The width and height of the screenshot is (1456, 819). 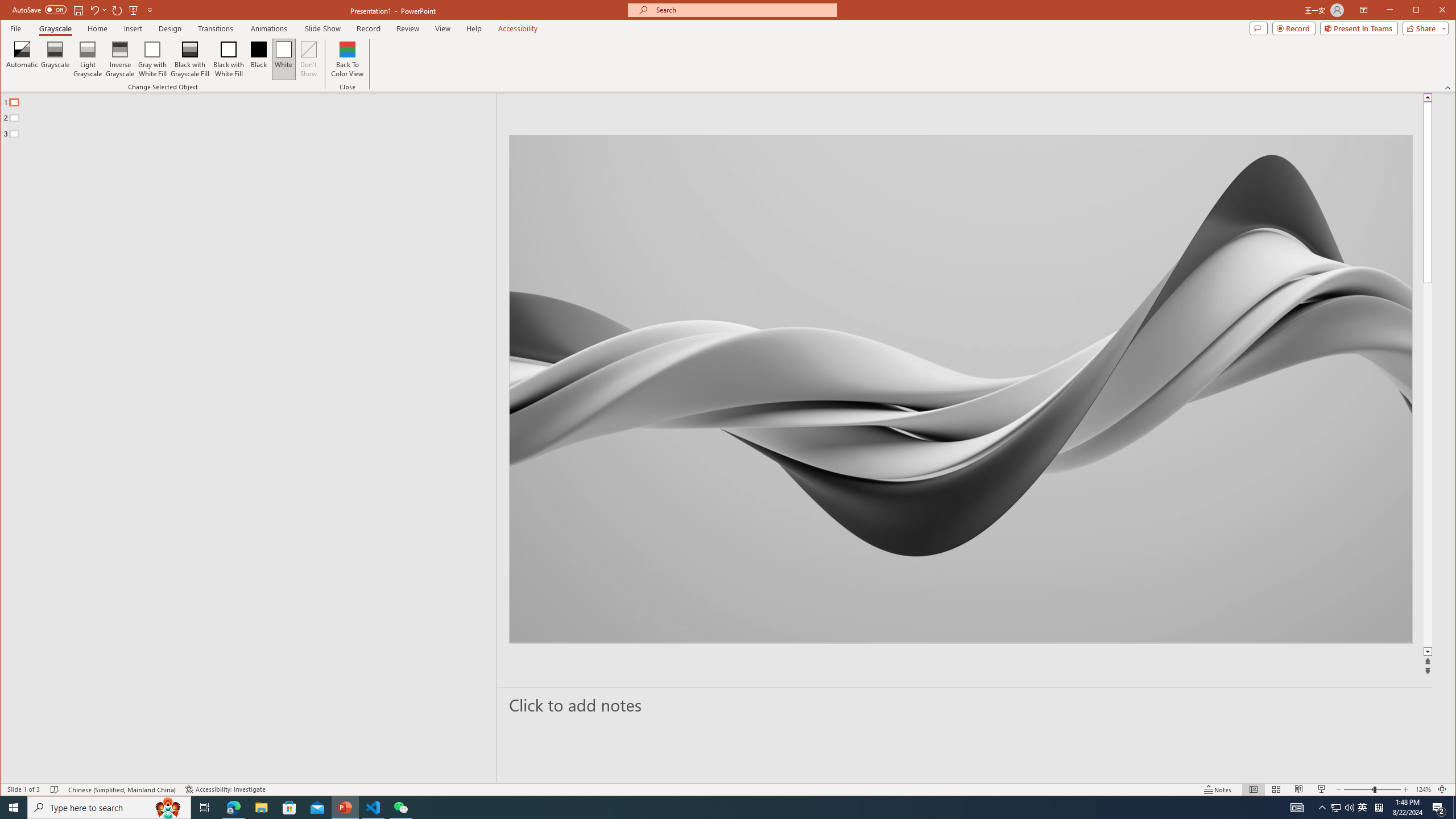 What do you see at coordinates (1298, 789) in the screenshot?
I see `'Reading View'` at bounding box center [1298, 789].